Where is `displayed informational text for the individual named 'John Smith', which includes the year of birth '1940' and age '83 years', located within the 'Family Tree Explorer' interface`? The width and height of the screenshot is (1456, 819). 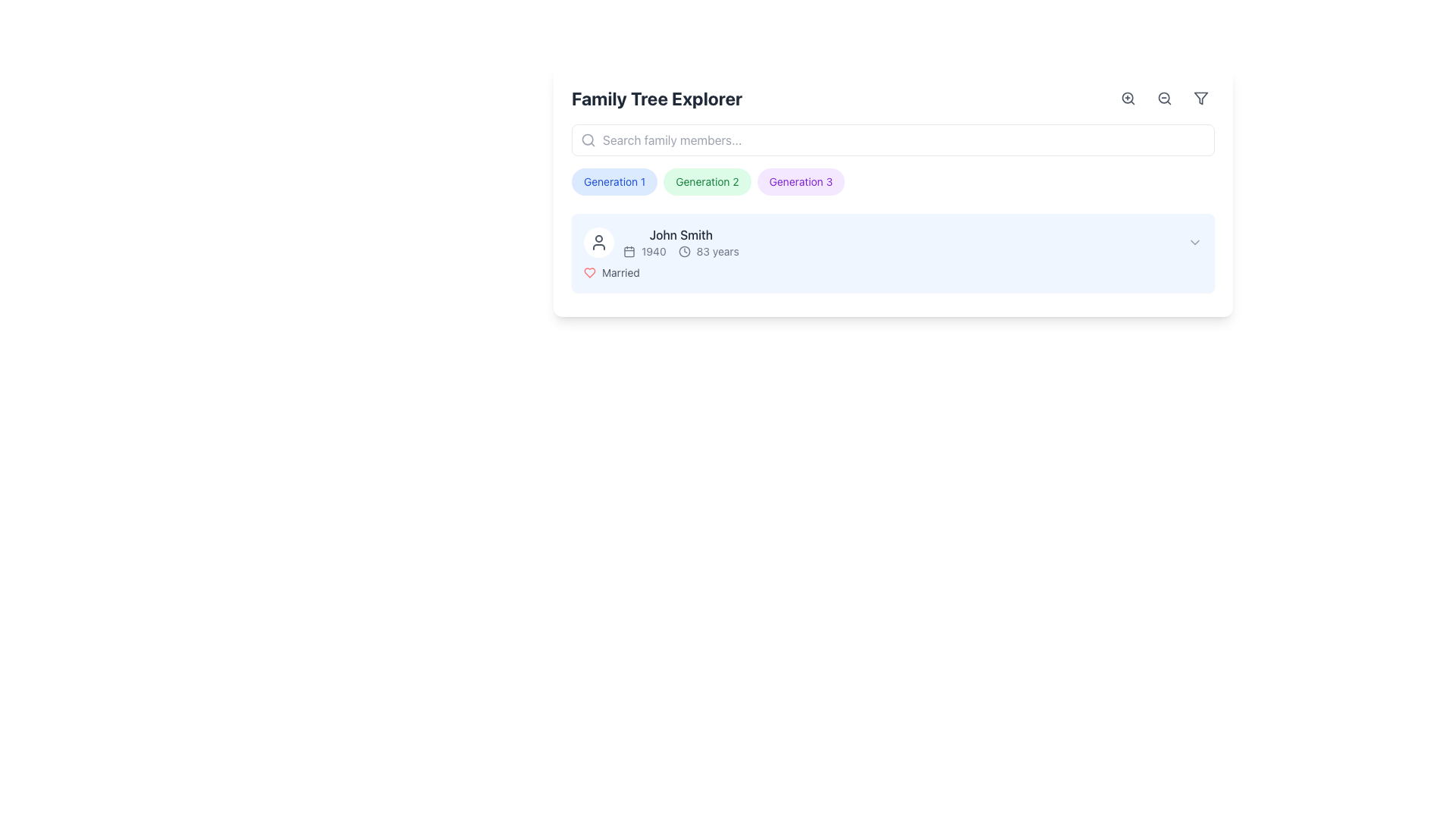
displayed informational text for the individual named 'John Smith', which includes the year of birth '1940' and age '83 years', located within the 'Family Tree Explorer' interface is located at coordinates (680, 242).